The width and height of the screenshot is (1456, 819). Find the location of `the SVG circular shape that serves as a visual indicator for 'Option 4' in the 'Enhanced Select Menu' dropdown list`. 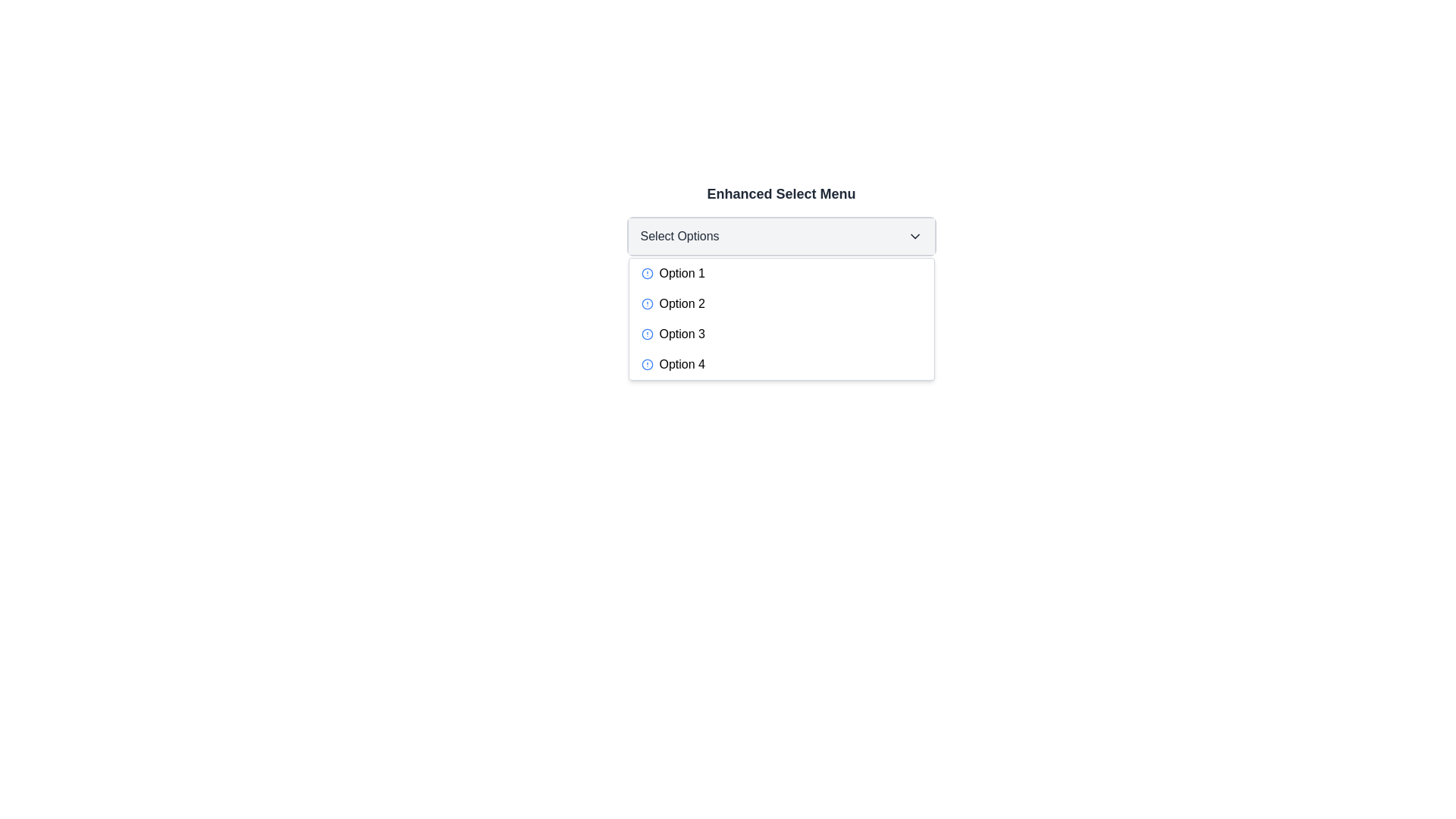

the SVG circular shape that serves as a visual indicator for 'Option 4' in the 'Enhanced Select Menu' dropdown list is located at coordinates (647, 365).